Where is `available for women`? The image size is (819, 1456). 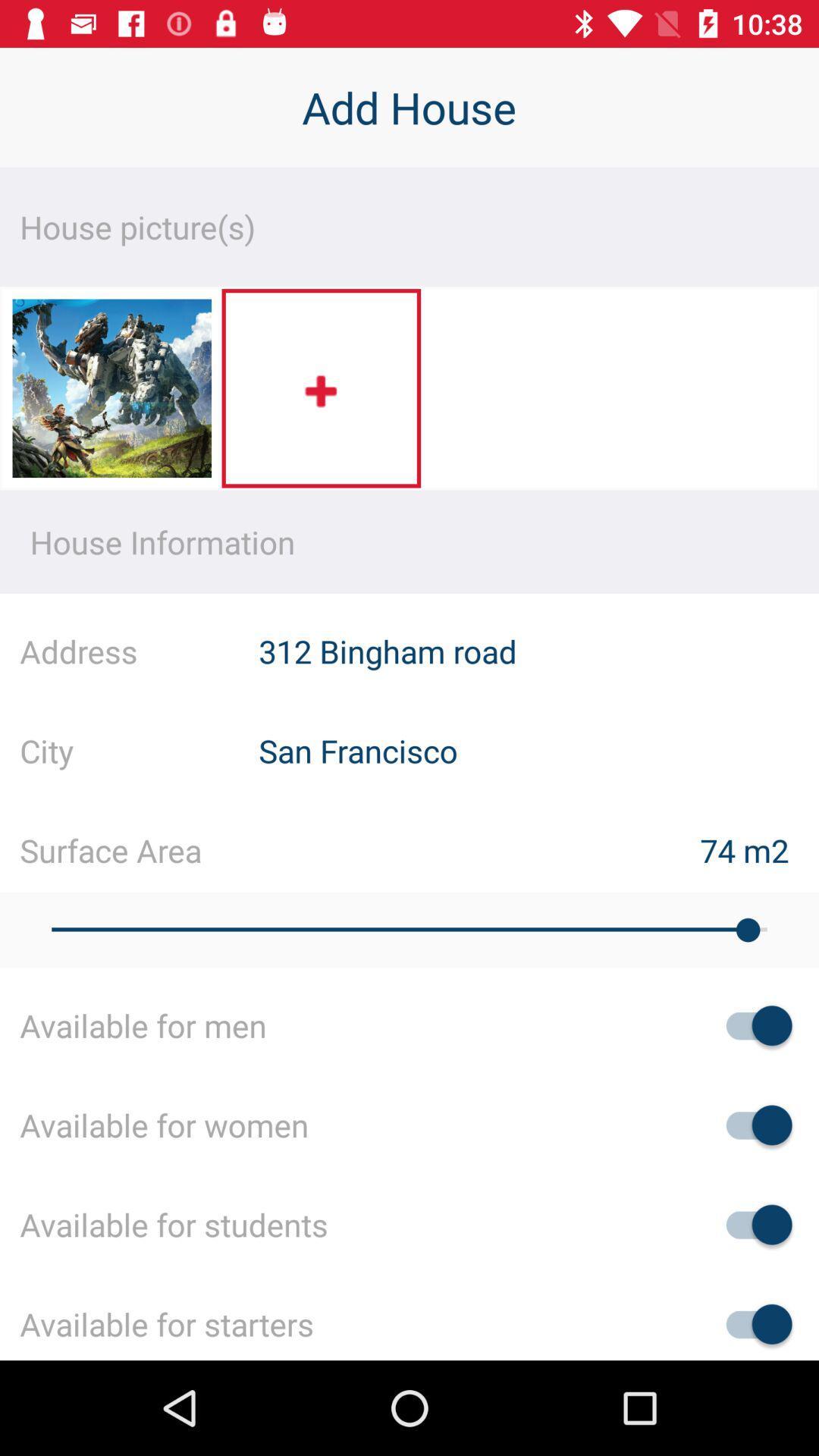
available for women is located at coordinates (752, 1125).